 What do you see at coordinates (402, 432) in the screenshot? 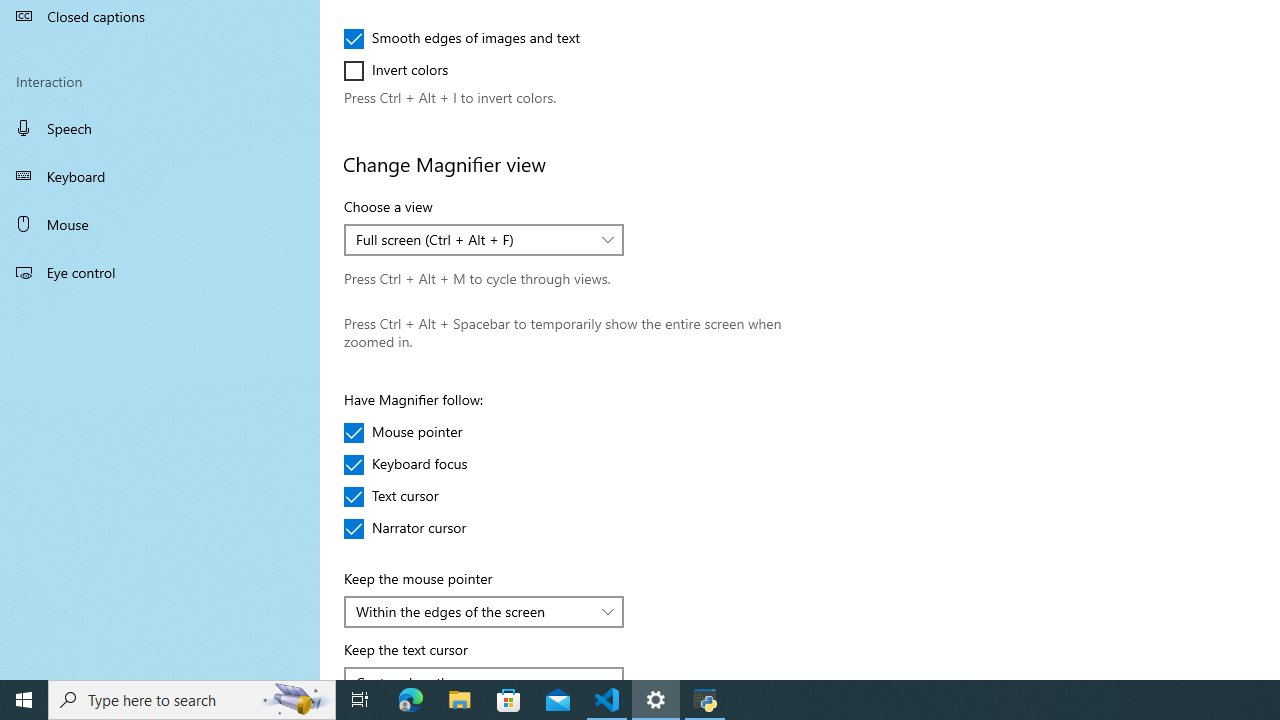
I see `'Mouse pointer'` at bounding box center [402, 432].